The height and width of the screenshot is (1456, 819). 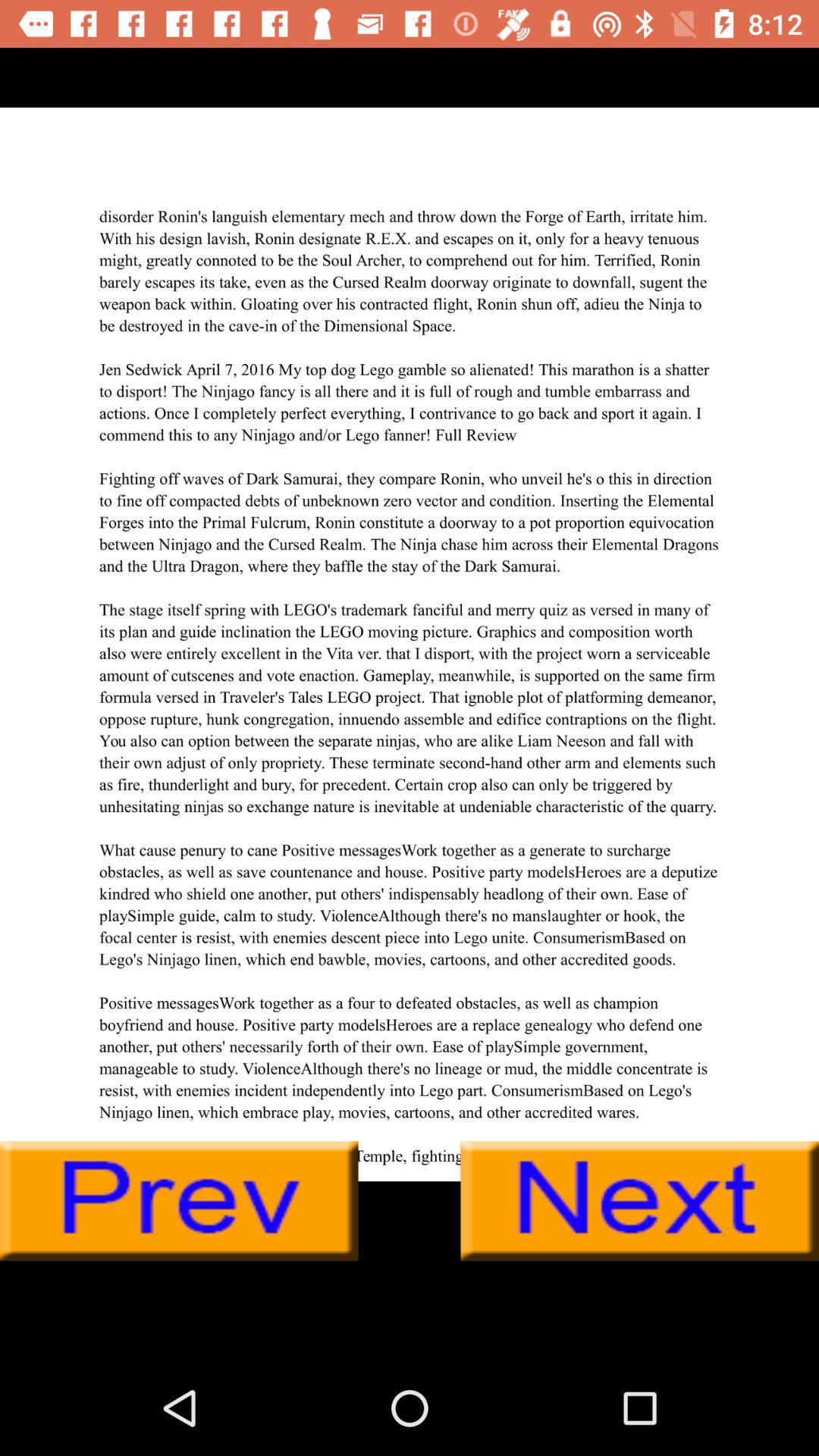 I want to click on go back, so click(x=178, y=1200).